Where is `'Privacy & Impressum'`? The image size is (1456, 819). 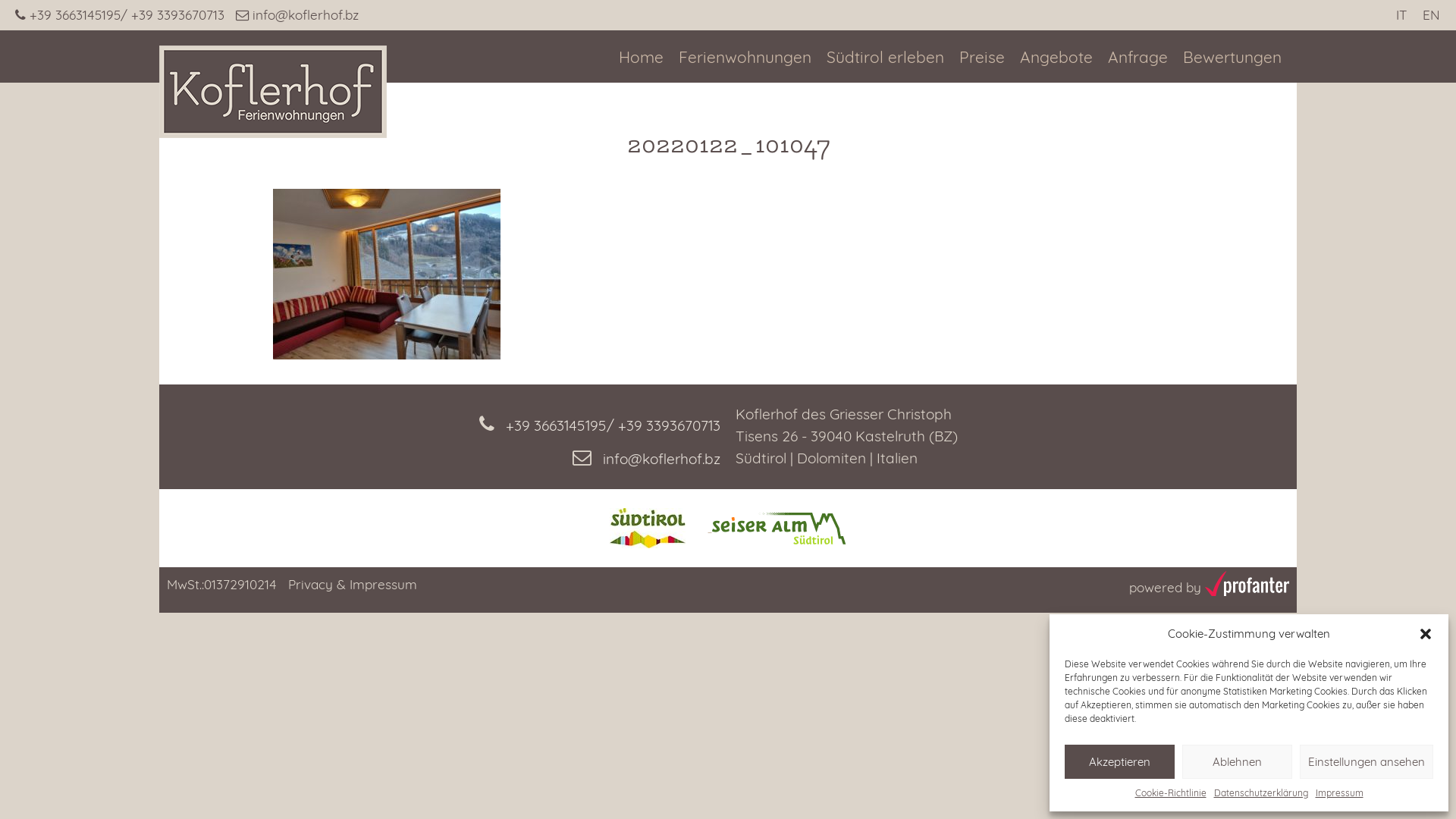
'Privacy & Impressum' is located at coordinates (352, 583).